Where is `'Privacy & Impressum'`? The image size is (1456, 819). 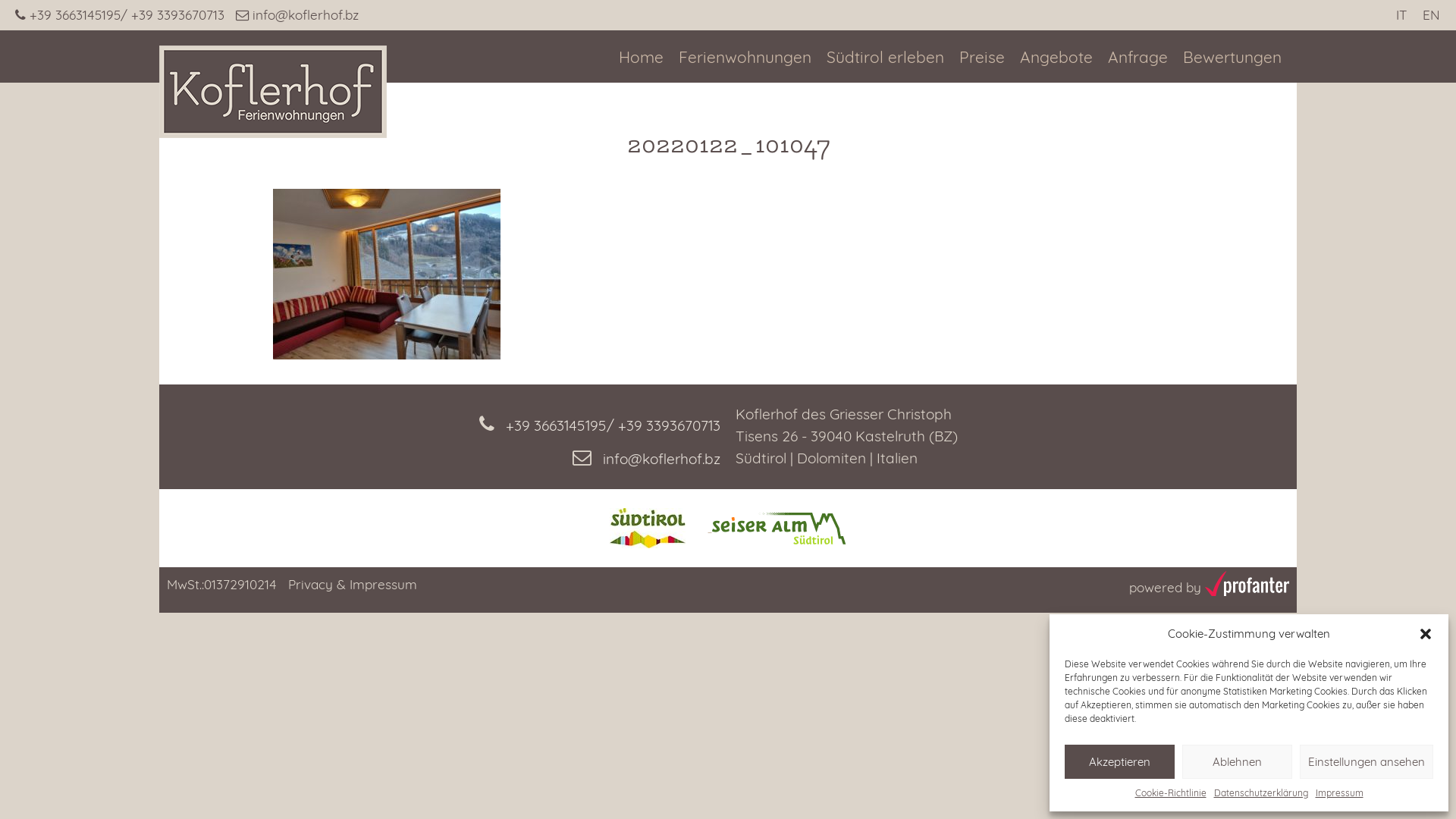
'Privacy & Impressum' is located at coordinates (352, 583).